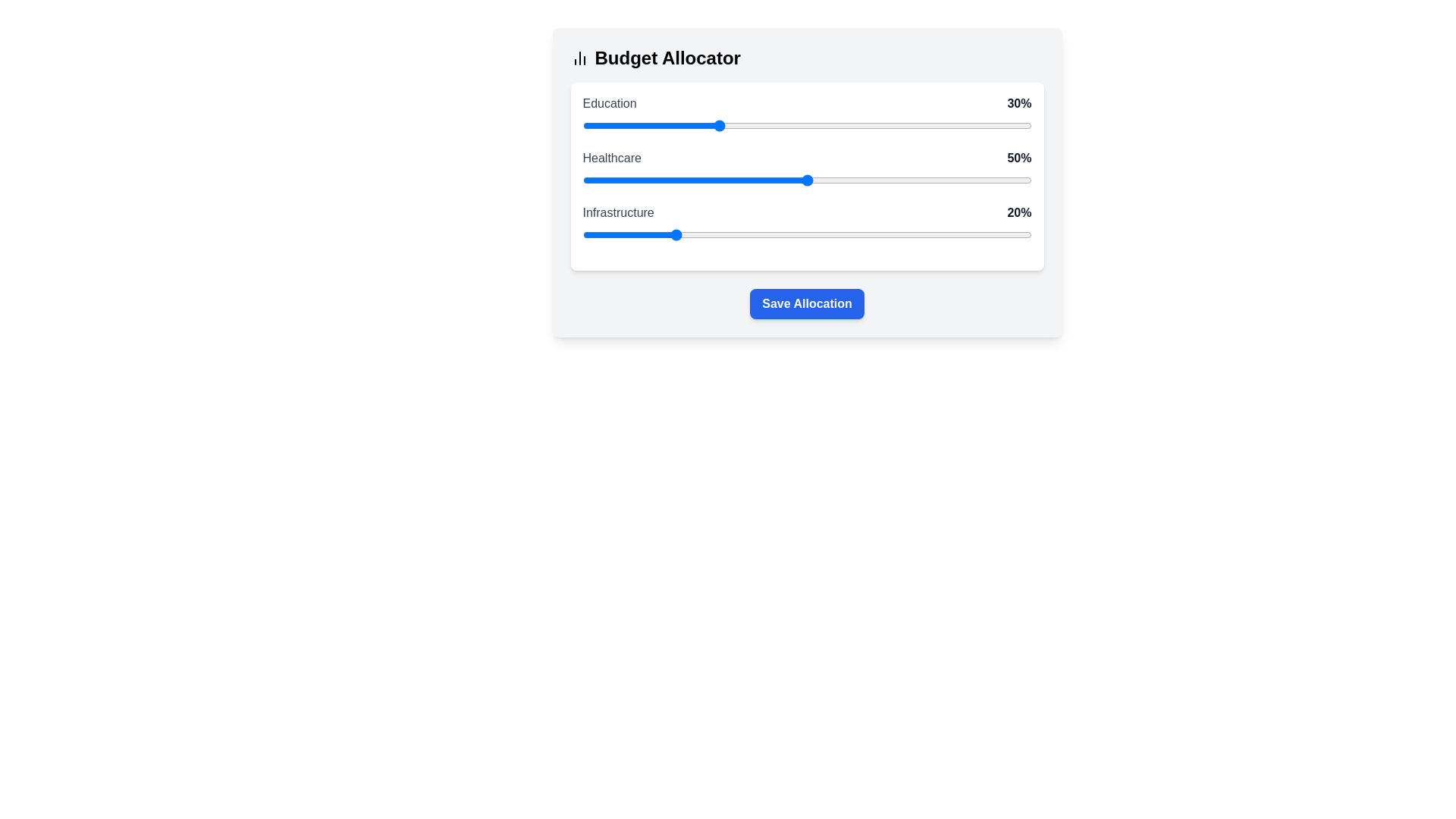 This screenshot has width=1456, height=819. I want to click on the education allocation, so click(613, 124).